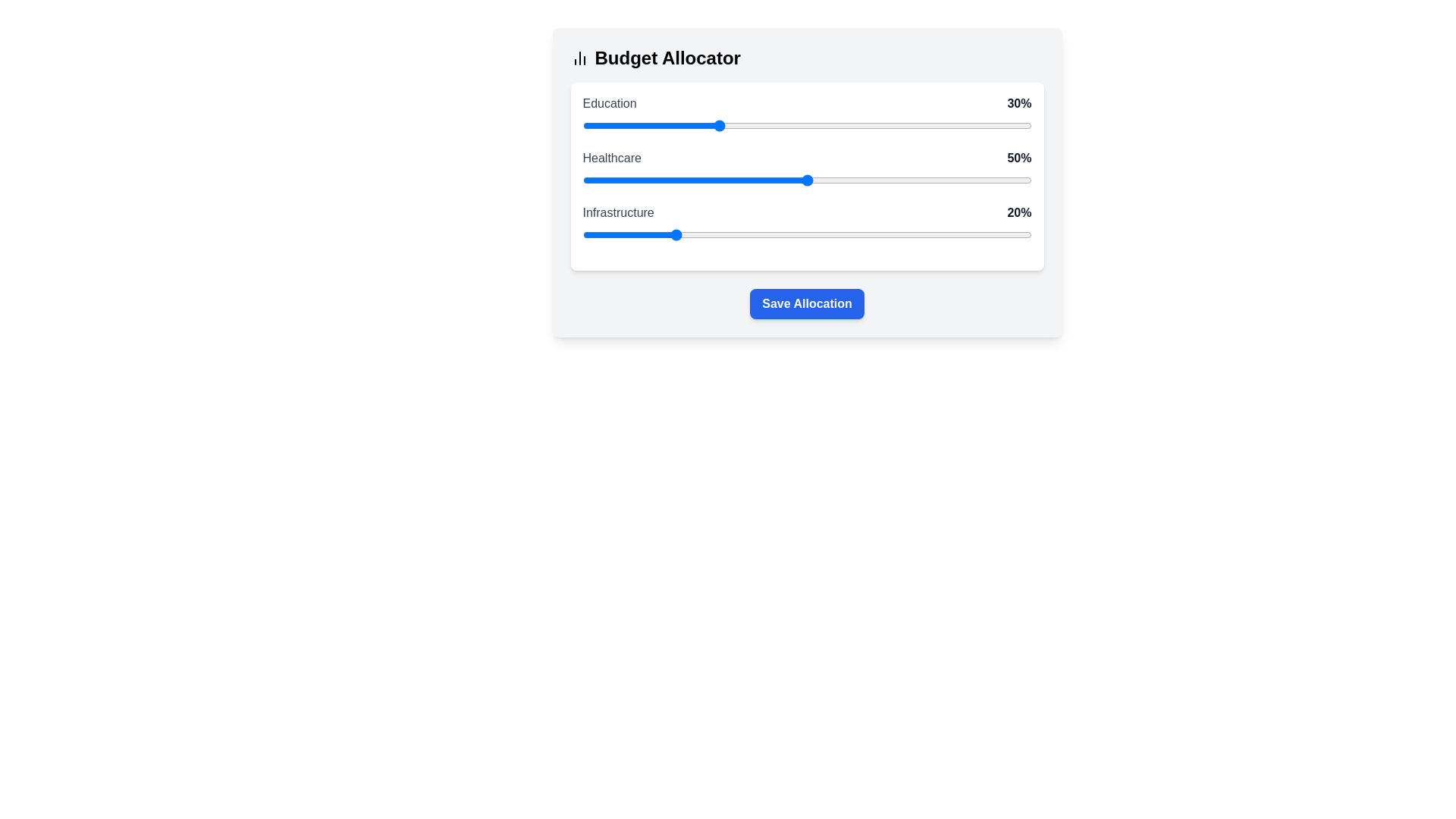 This screenshot has width=1456, height=819. I want to click on the education allocation, so click(613, 124).